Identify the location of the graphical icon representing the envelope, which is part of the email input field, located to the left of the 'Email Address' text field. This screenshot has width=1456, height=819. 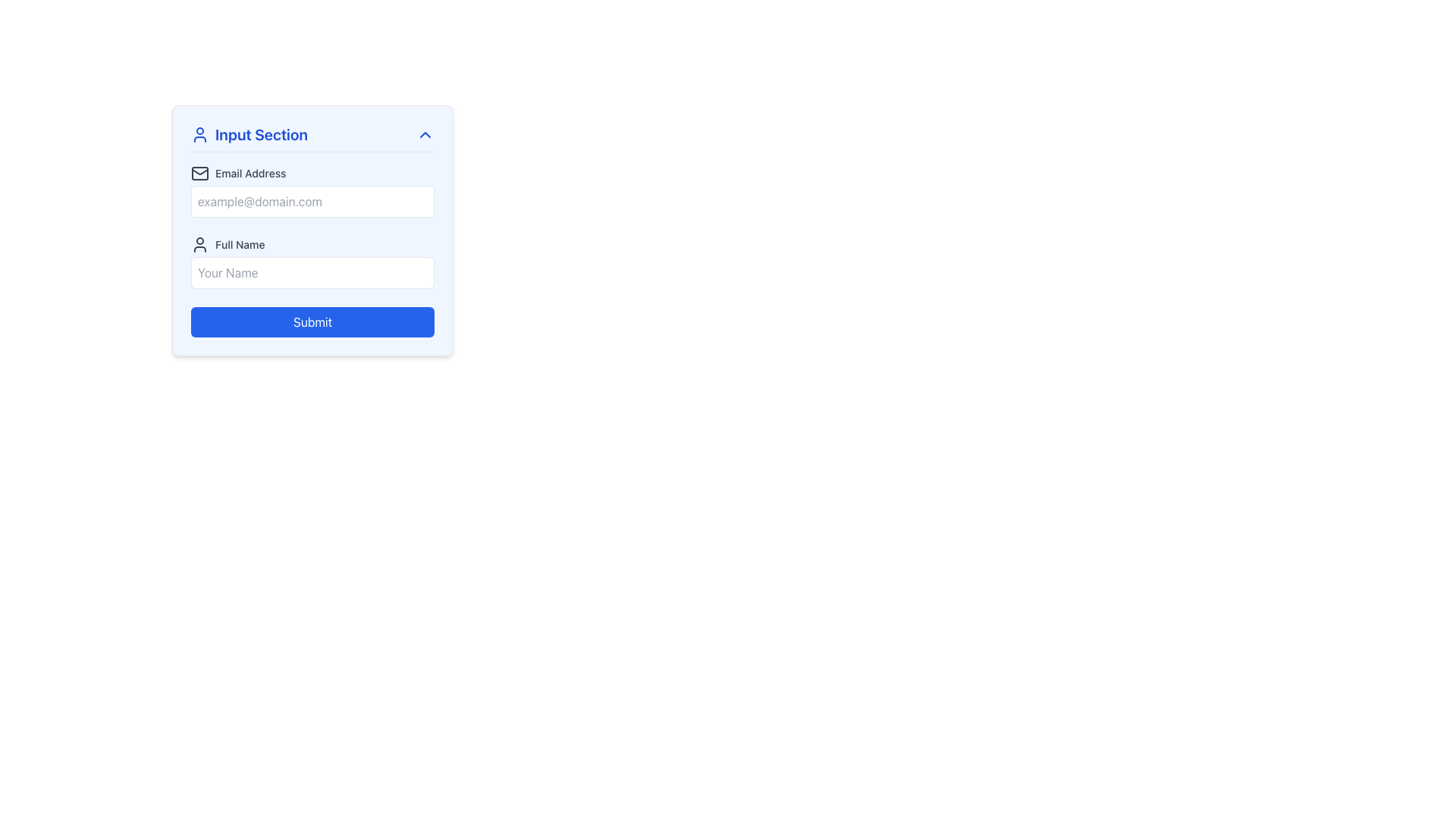
(199, 172).